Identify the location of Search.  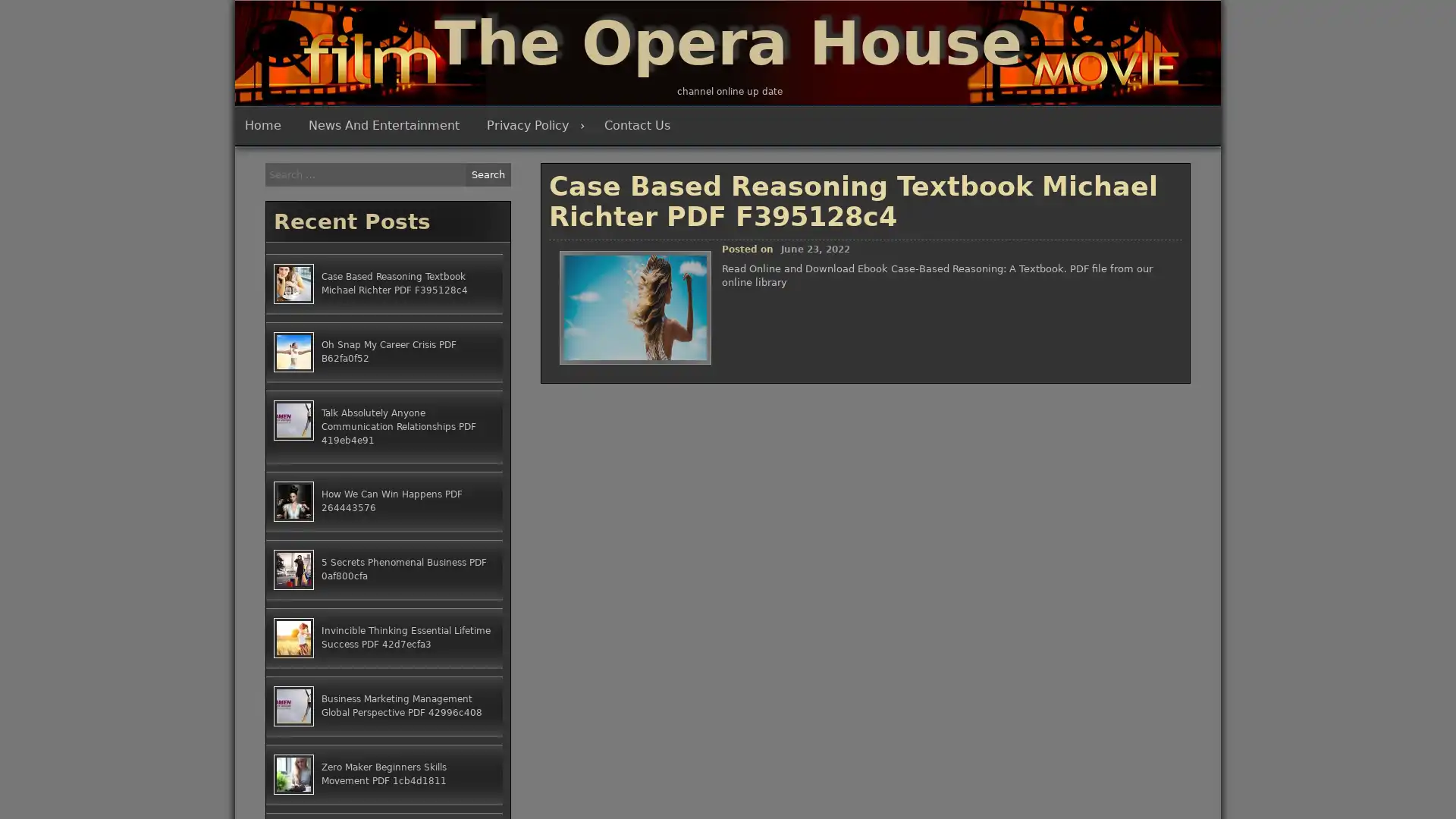
(488, 174).